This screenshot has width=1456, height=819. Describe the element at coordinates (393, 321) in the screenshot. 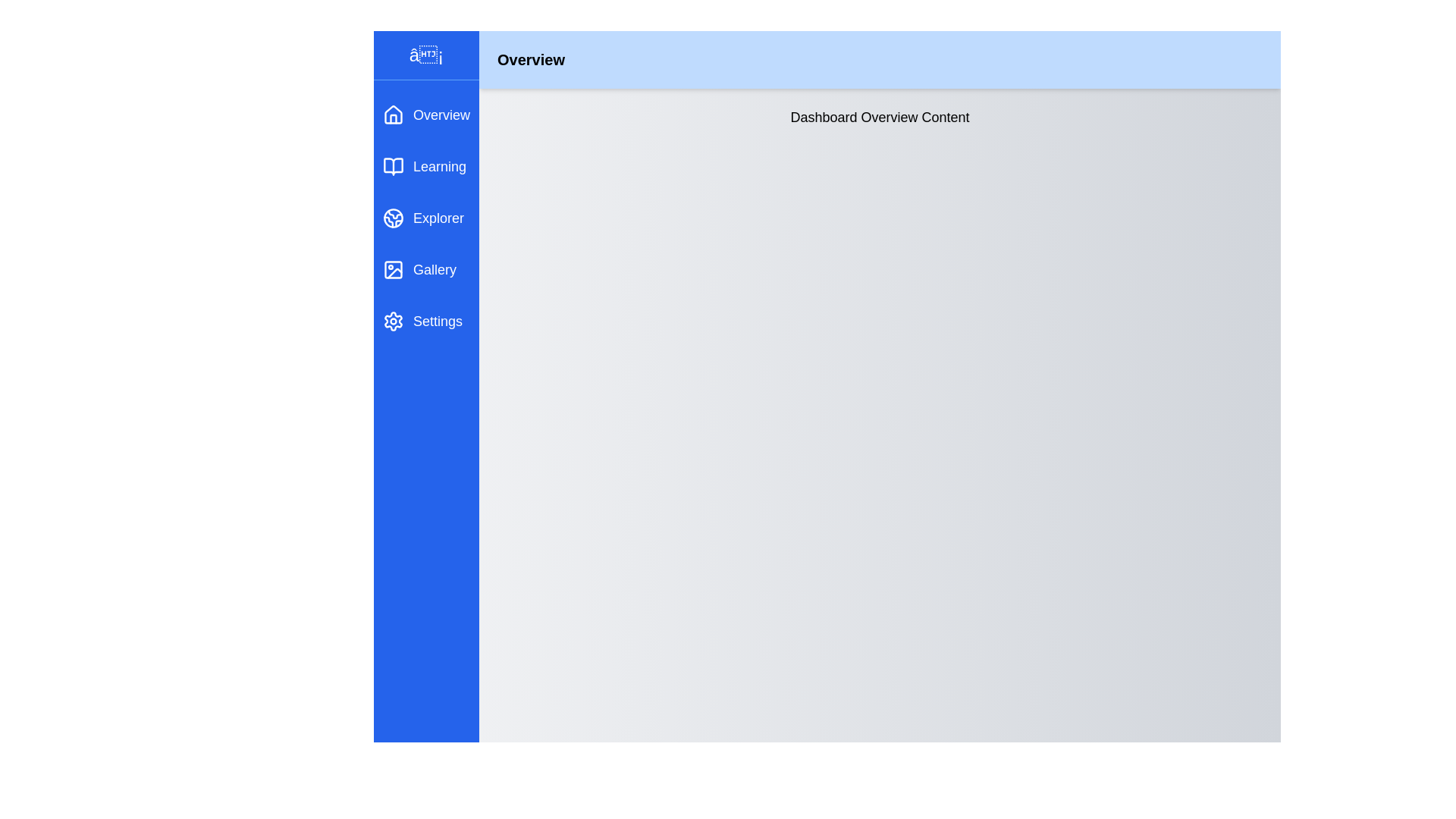

I see `the settings gear icon located in the vertical sidebar menu, which is the last item in the list of navigational icons` at that location.